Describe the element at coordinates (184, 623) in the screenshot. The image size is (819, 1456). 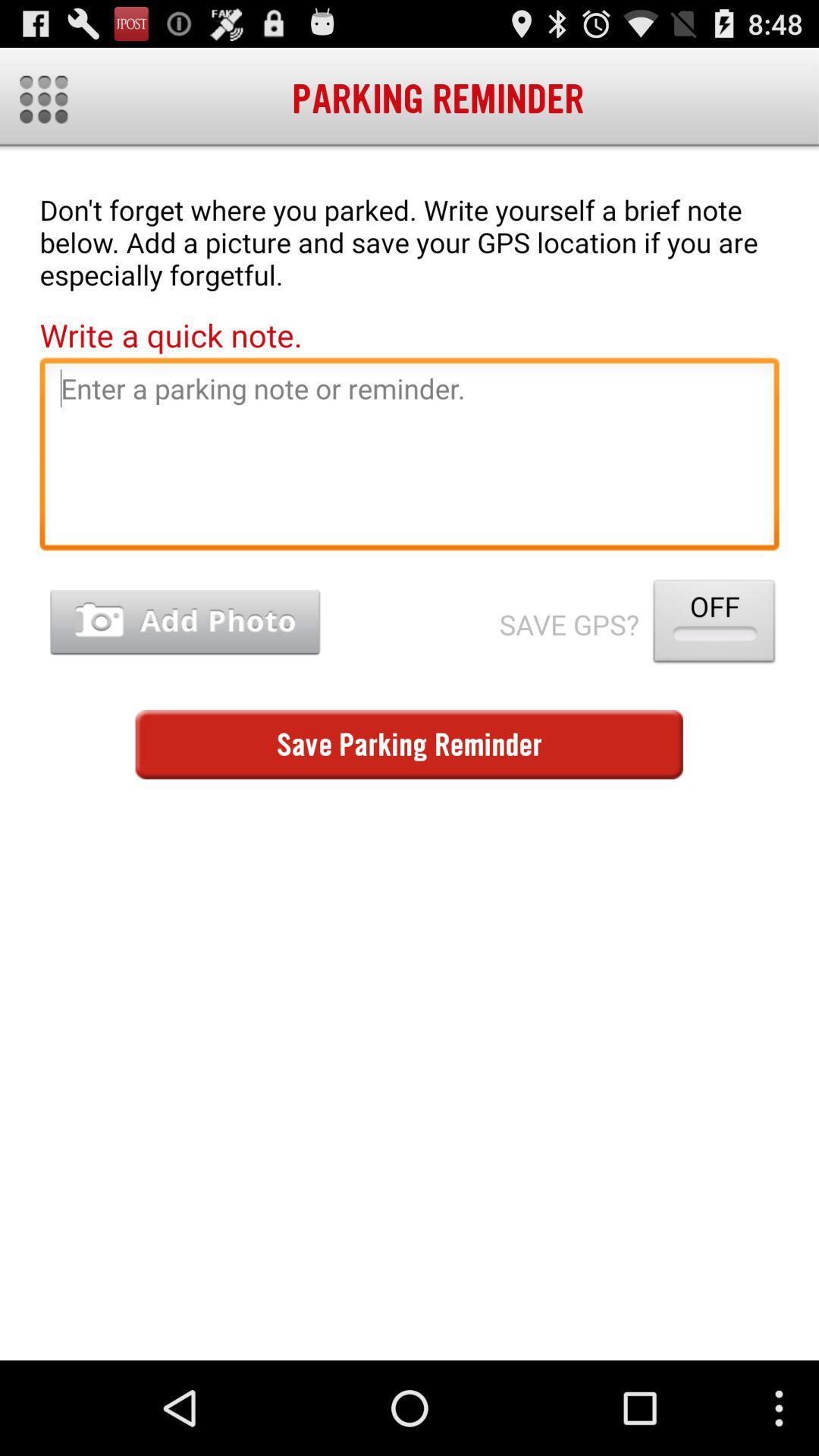
I see `item on the left` at that location.